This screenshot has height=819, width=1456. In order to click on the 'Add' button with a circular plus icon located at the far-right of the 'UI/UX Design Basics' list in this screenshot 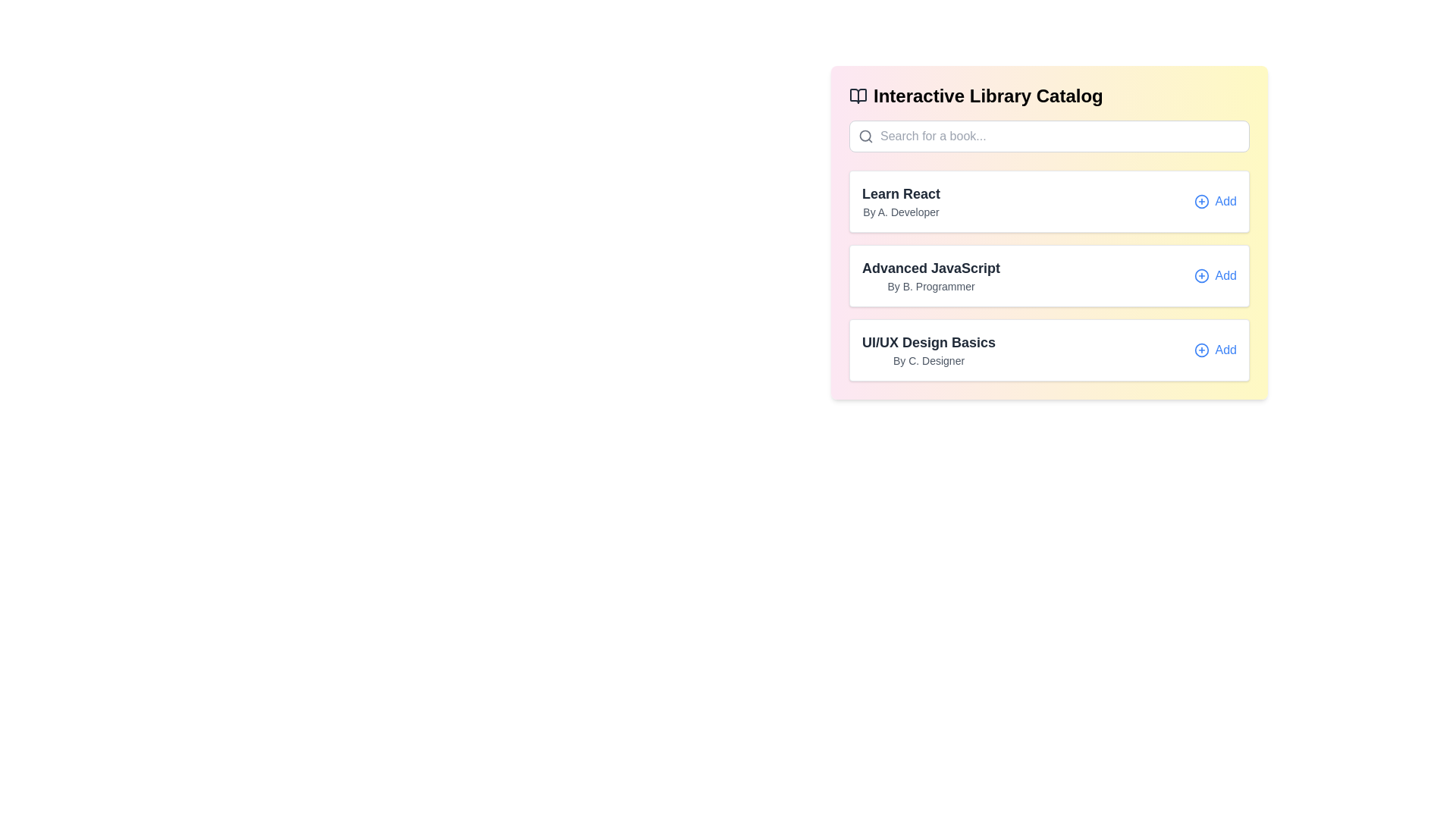, I will do `click(1215, 350)`.